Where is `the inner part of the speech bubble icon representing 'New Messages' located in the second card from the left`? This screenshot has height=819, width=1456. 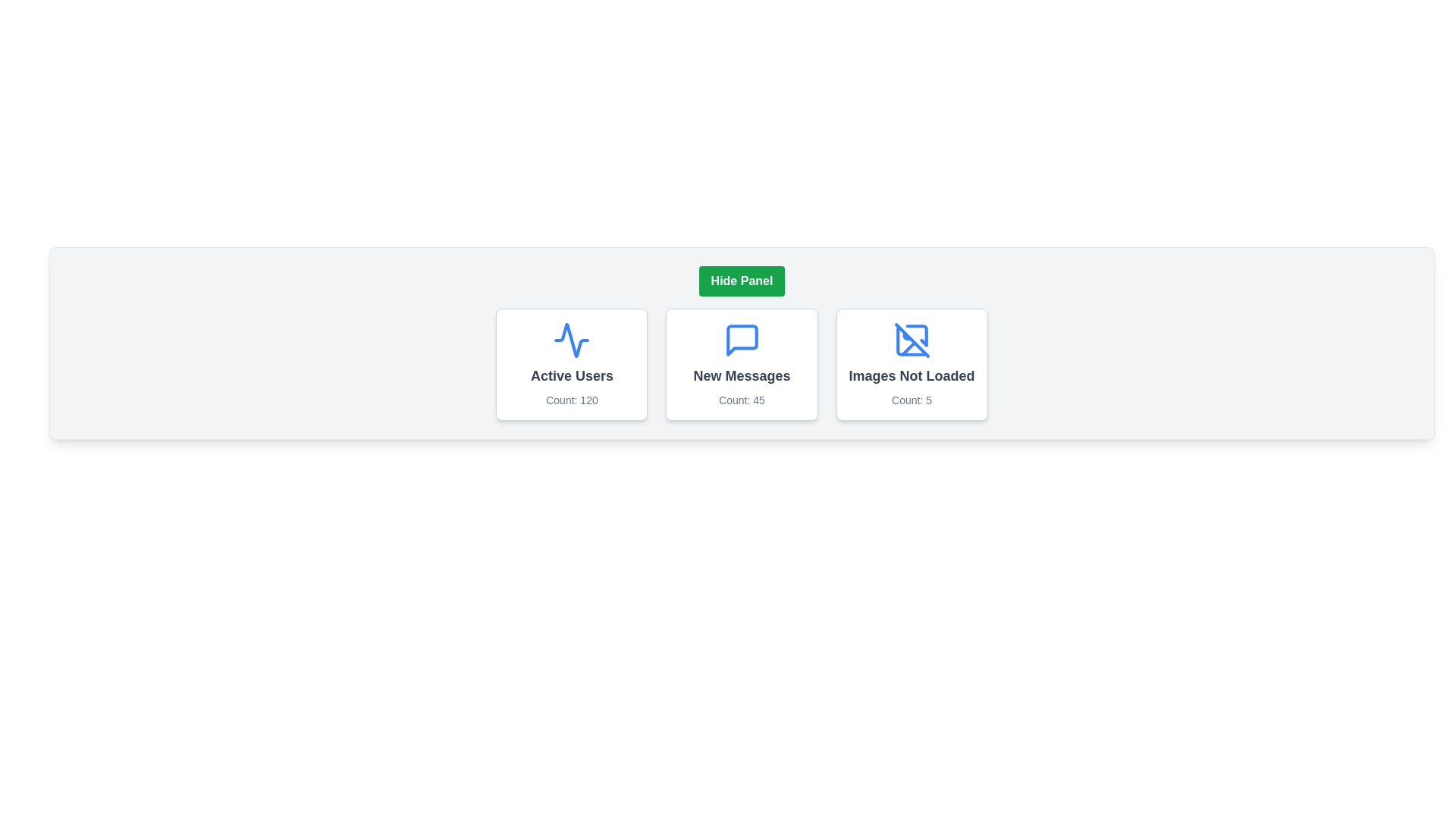
the inner part of the speech bubble icon representing 'New Messages' located in the second card from the left is located at coordinates (742, 339).